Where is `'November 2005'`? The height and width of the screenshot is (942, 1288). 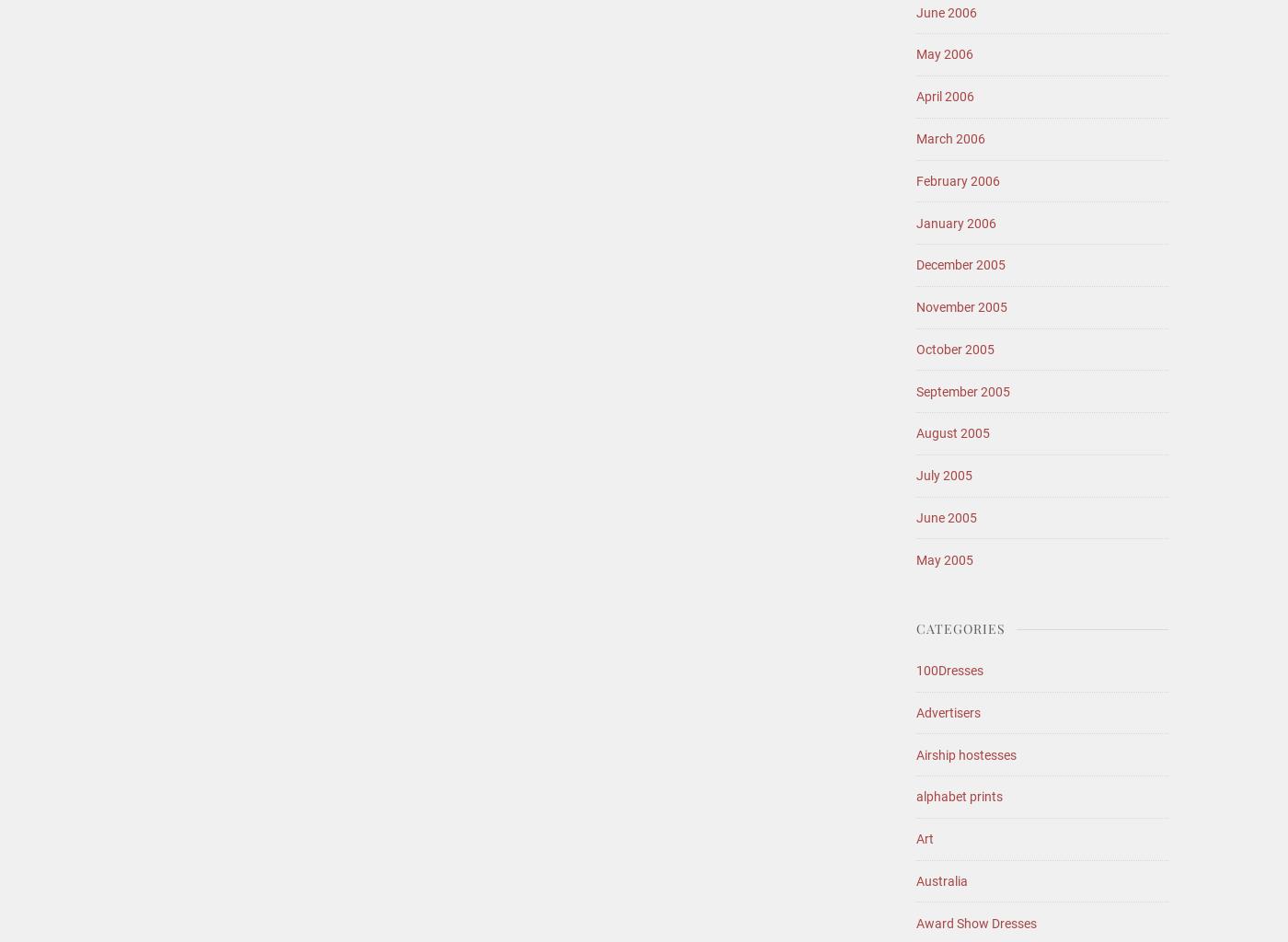
'November 2005' is located at coordinates (961, 306).